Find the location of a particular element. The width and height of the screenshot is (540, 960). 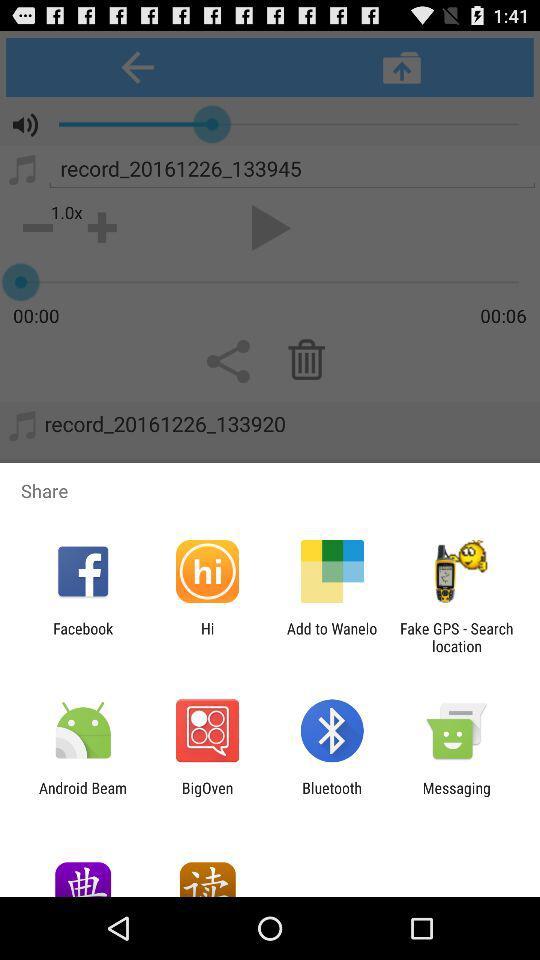

the app to the right of the android beam app is located at coordinates (206, 796).